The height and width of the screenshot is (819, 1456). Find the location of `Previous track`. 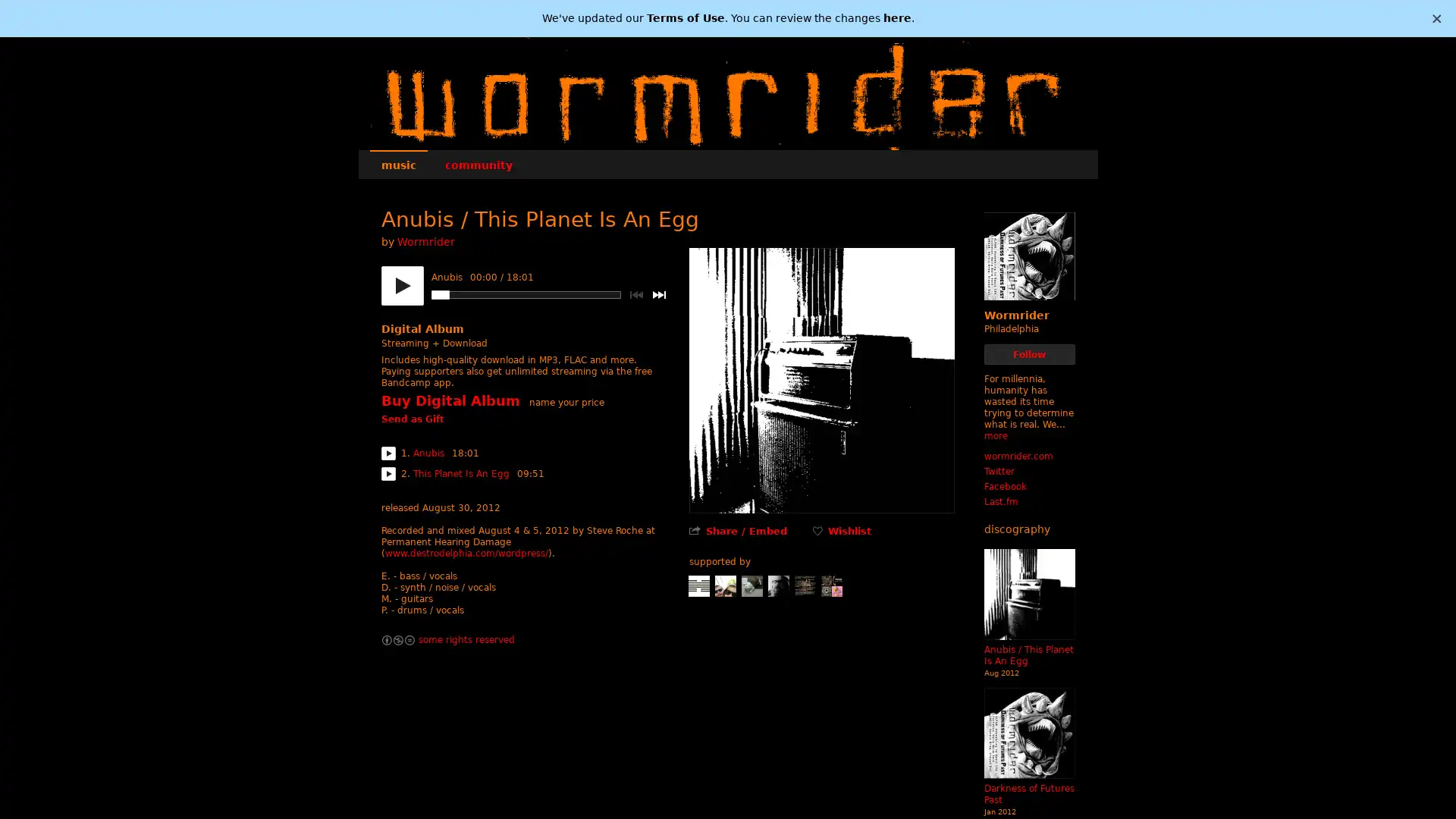

Previous track is located at coordinates (635, 295).